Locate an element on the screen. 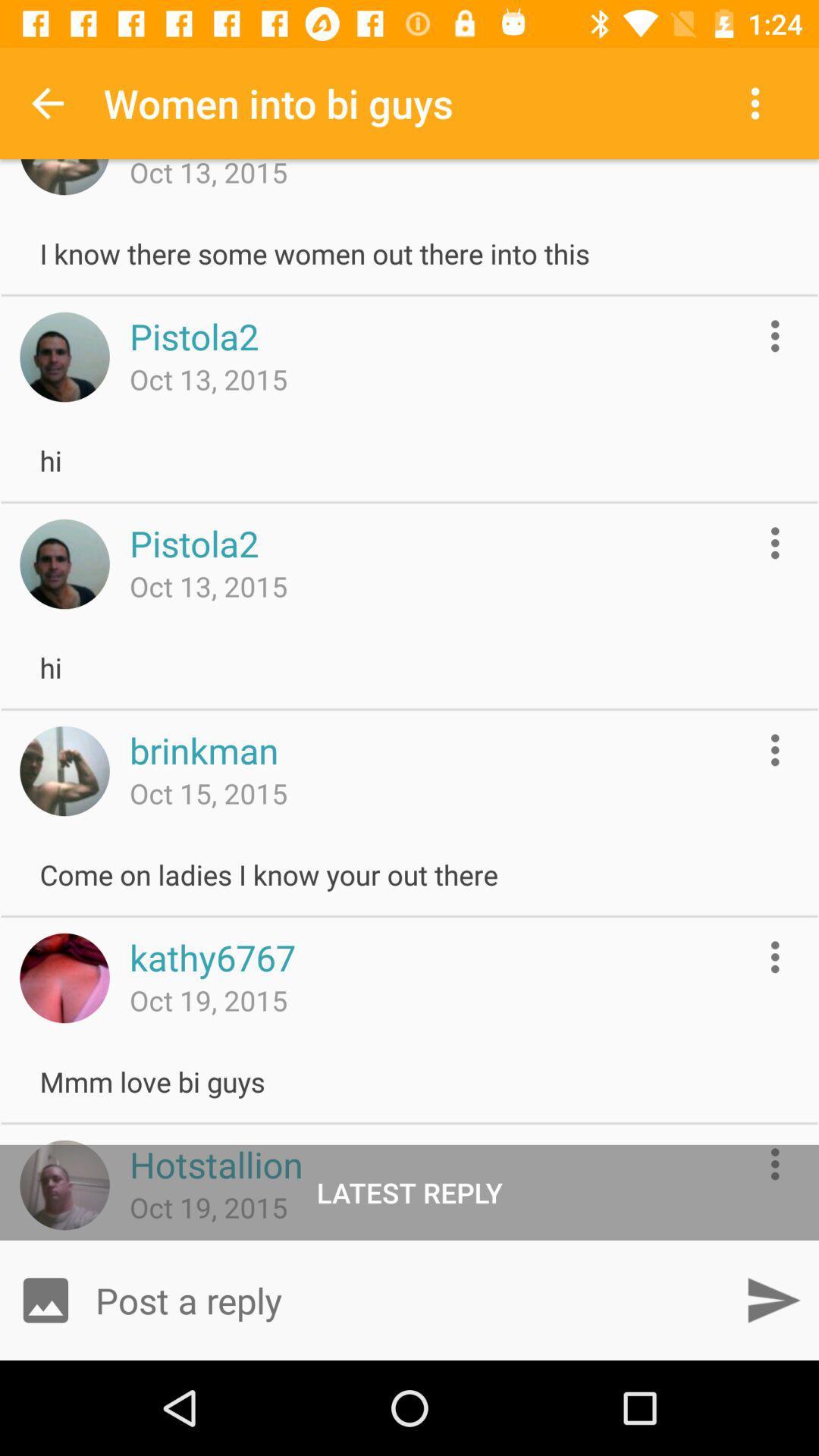  the item above the oct 19, 2015 icon is located at coordinates (216, 1163).